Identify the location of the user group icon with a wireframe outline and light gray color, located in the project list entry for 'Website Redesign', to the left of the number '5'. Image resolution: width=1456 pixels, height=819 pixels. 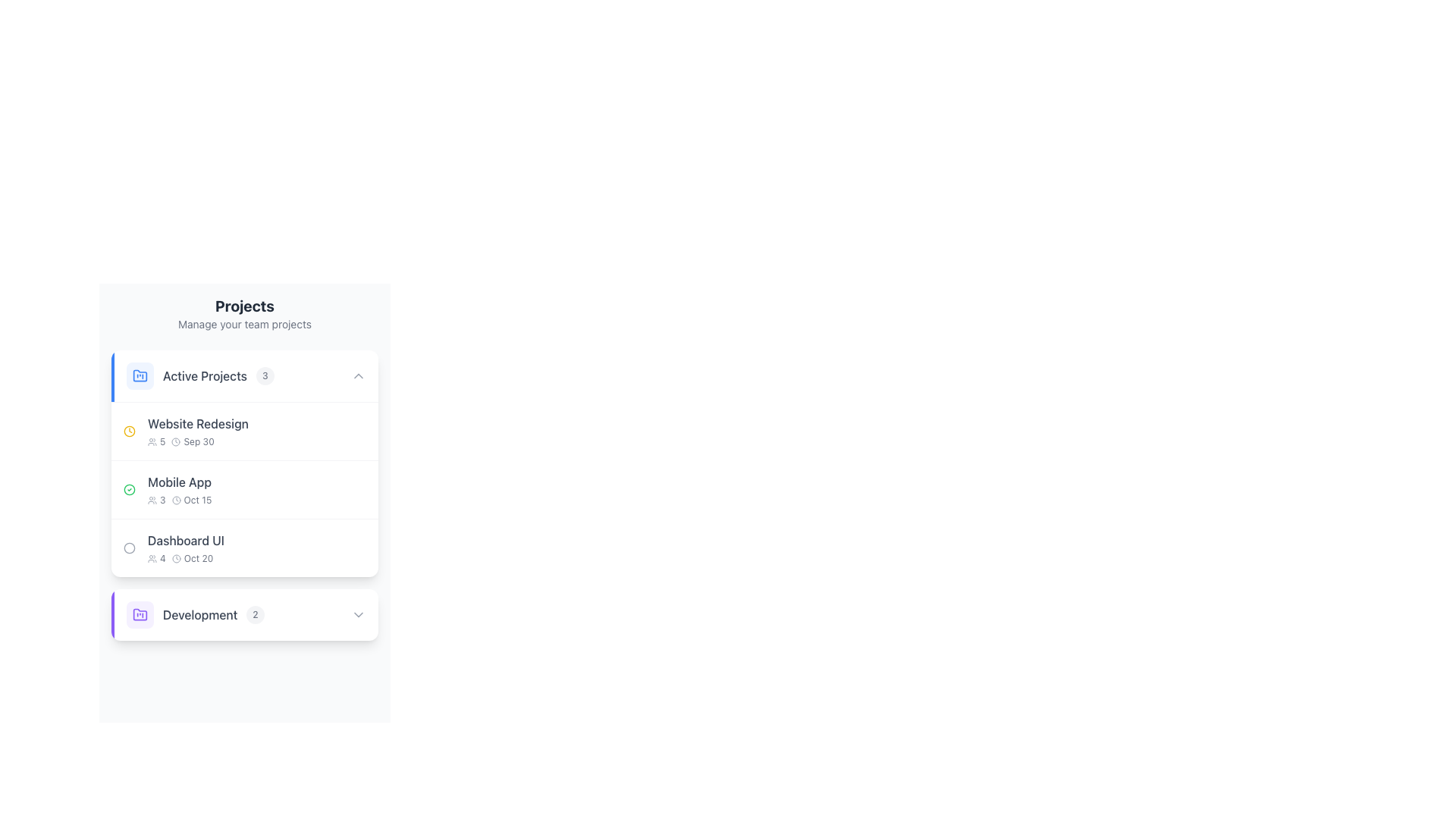
(152, 441).